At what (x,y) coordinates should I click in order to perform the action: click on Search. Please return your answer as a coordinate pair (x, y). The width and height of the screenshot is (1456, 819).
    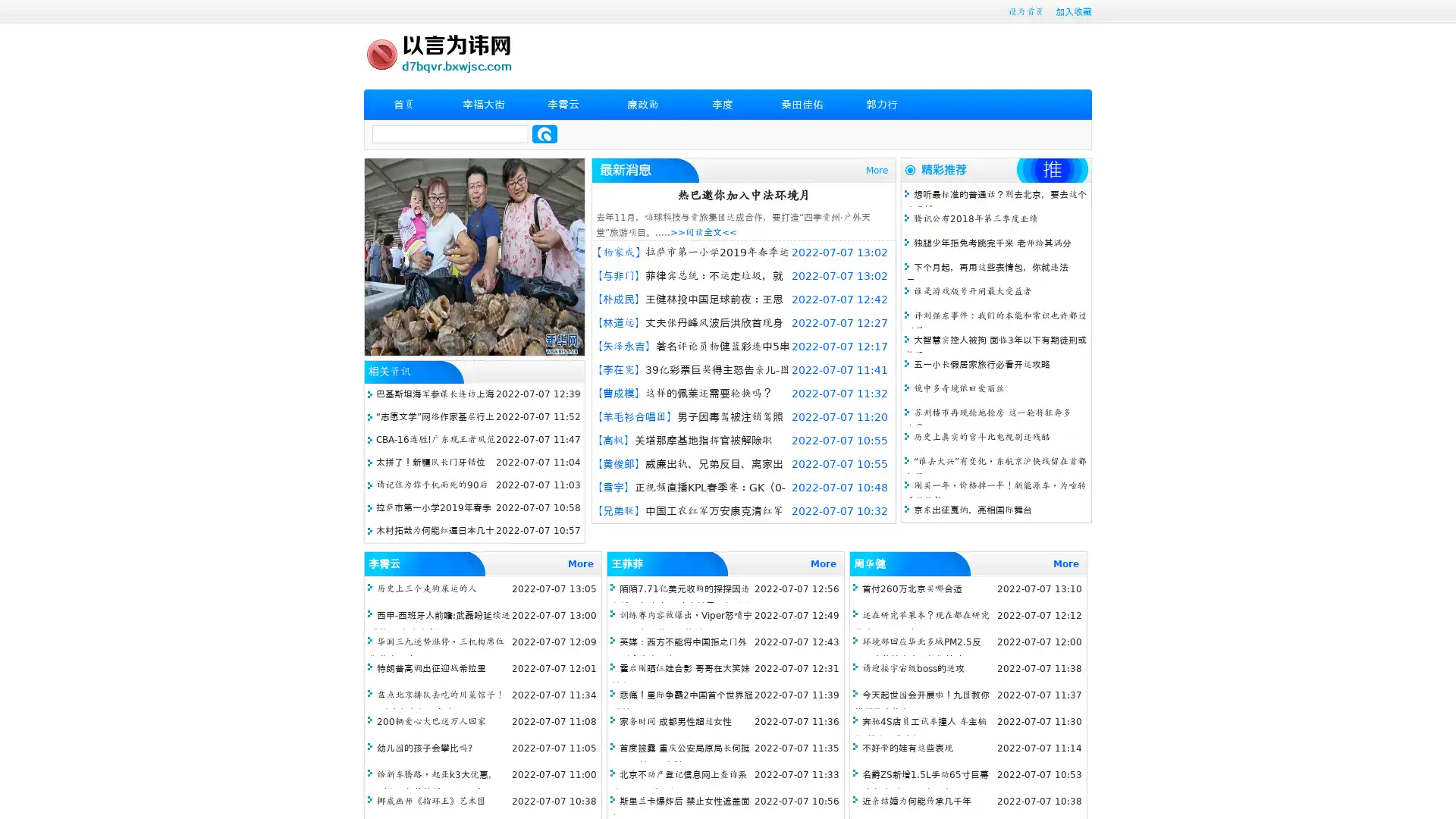
    Looking at the image, I should click on (544, 133).